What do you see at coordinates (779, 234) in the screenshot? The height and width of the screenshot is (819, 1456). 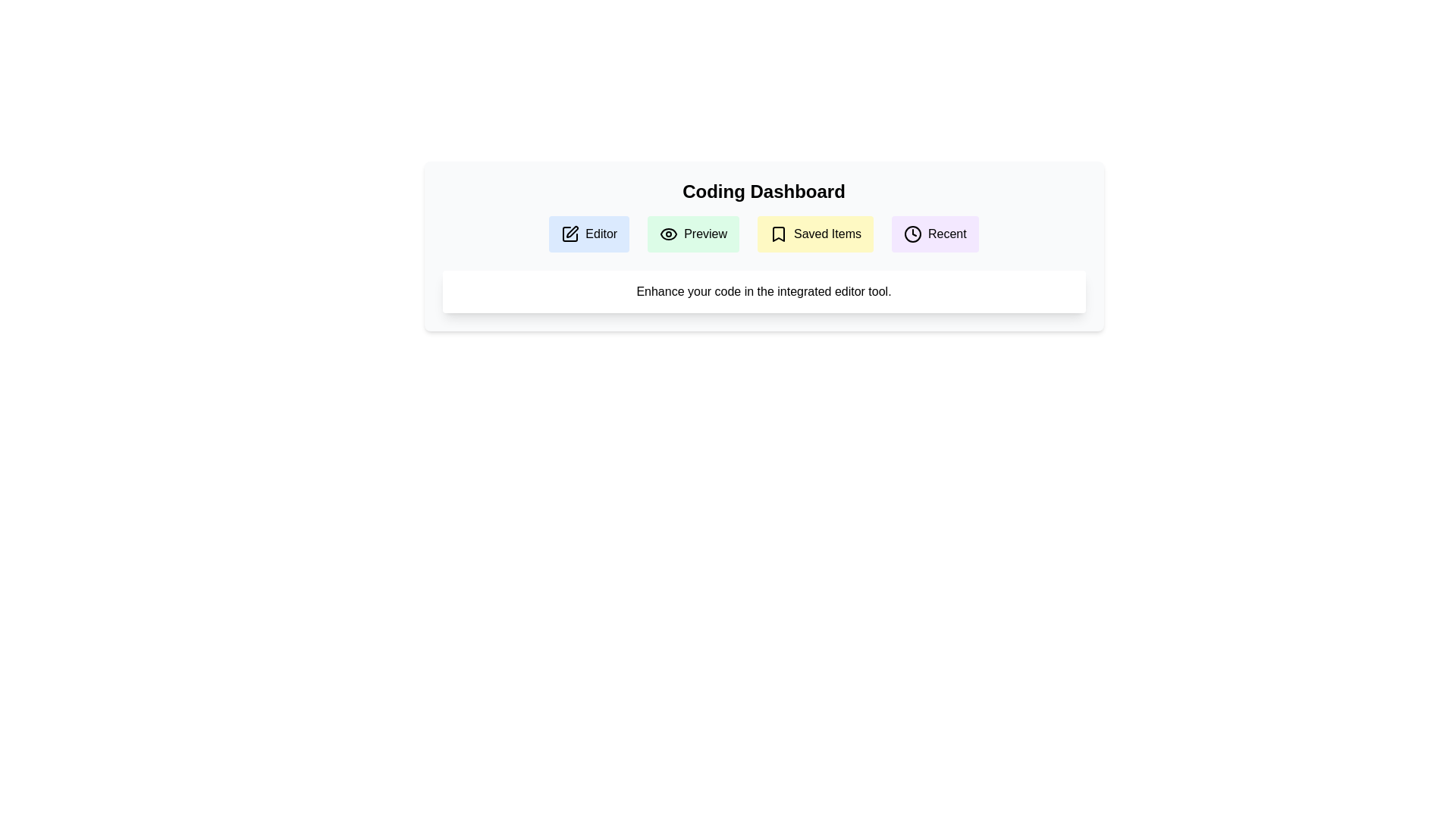 I see `the 'Saved Items' button icon` at bounding box center [779, 234].